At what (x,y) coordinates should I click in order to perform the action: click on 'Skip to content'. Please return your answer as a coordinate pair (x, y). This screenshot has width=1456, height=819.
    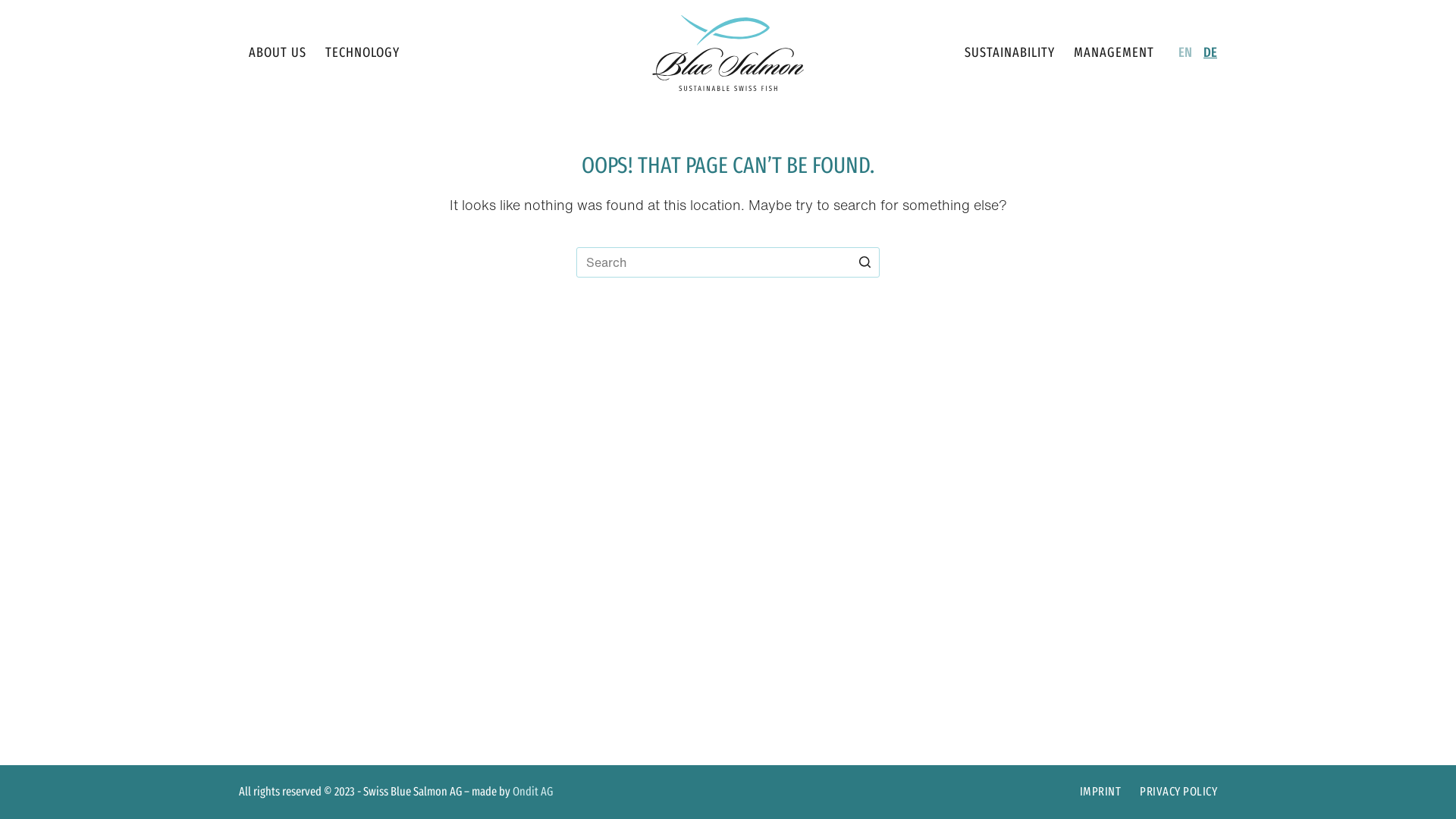
    Looking at the image, I should click on (0, 8).